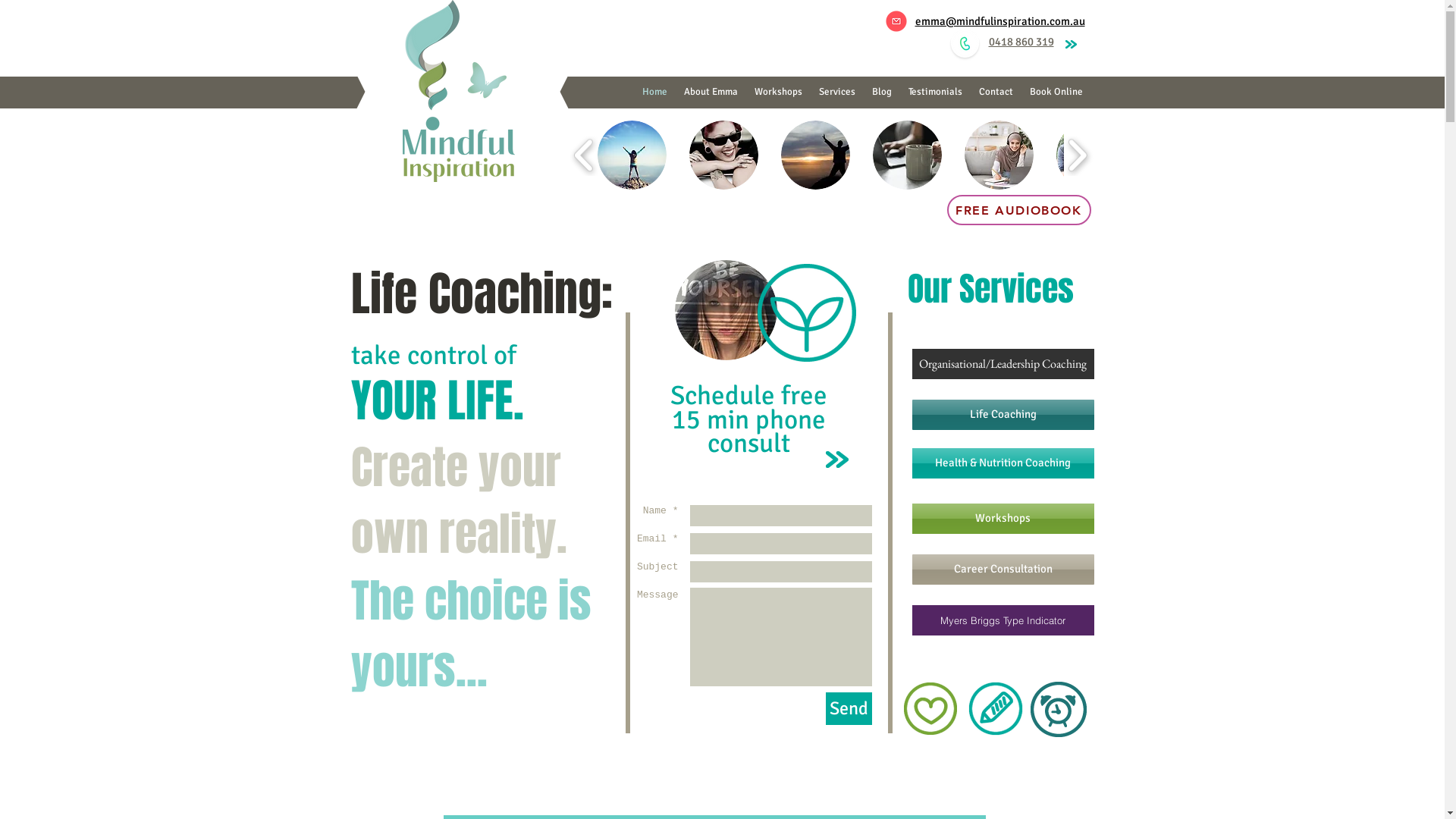 This screenshot has height=819, width=1456. What do you see at coordinates (1002, 620) in the screenshot?
I see `'Myers Briggs Type Indicator'` at bounding box center [1002, 620].